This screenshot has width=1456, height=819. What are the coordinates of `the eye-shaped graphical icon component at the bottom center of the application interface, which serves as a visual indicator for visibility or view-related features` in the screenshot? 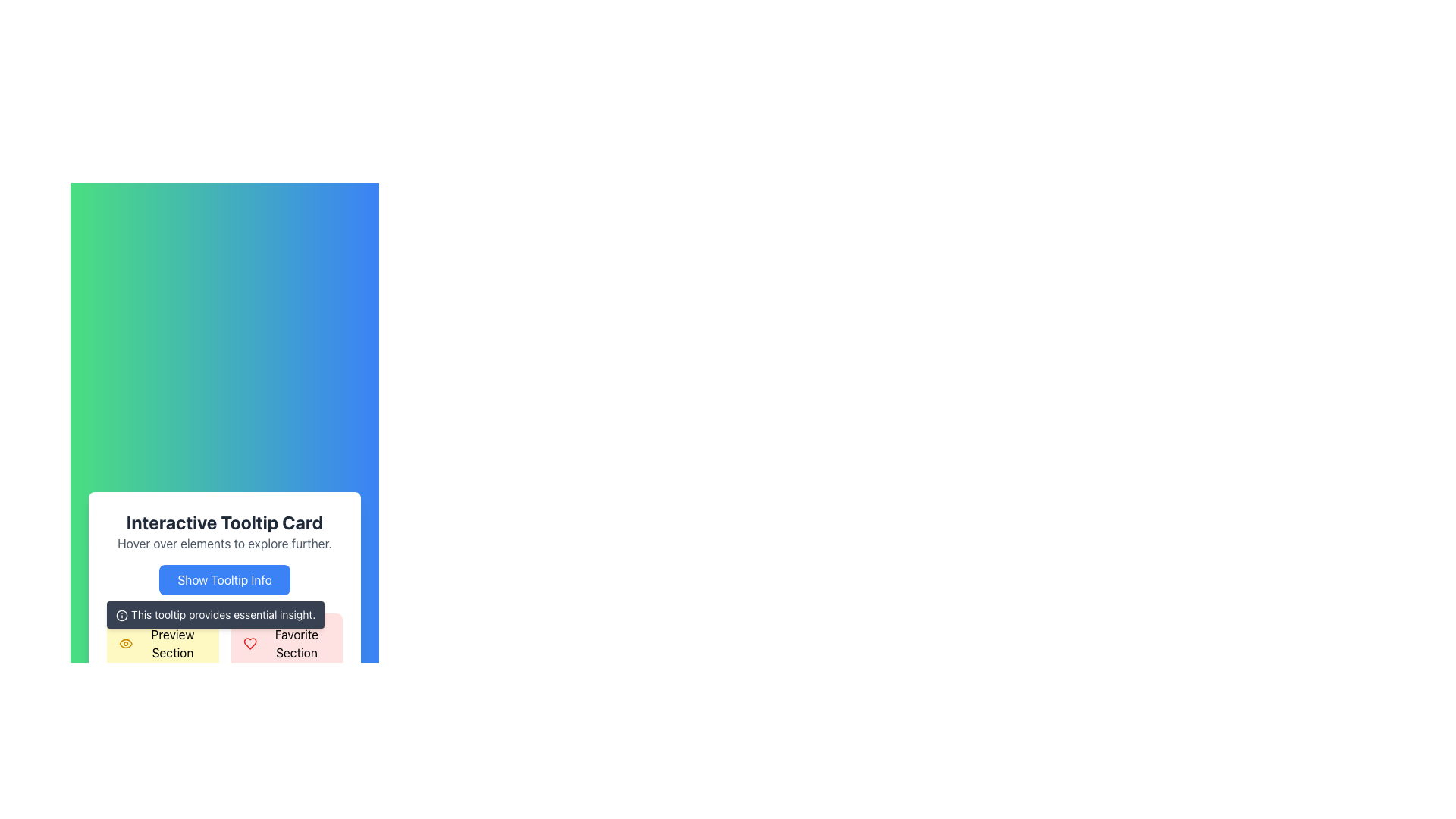 It's located at (126, 643).